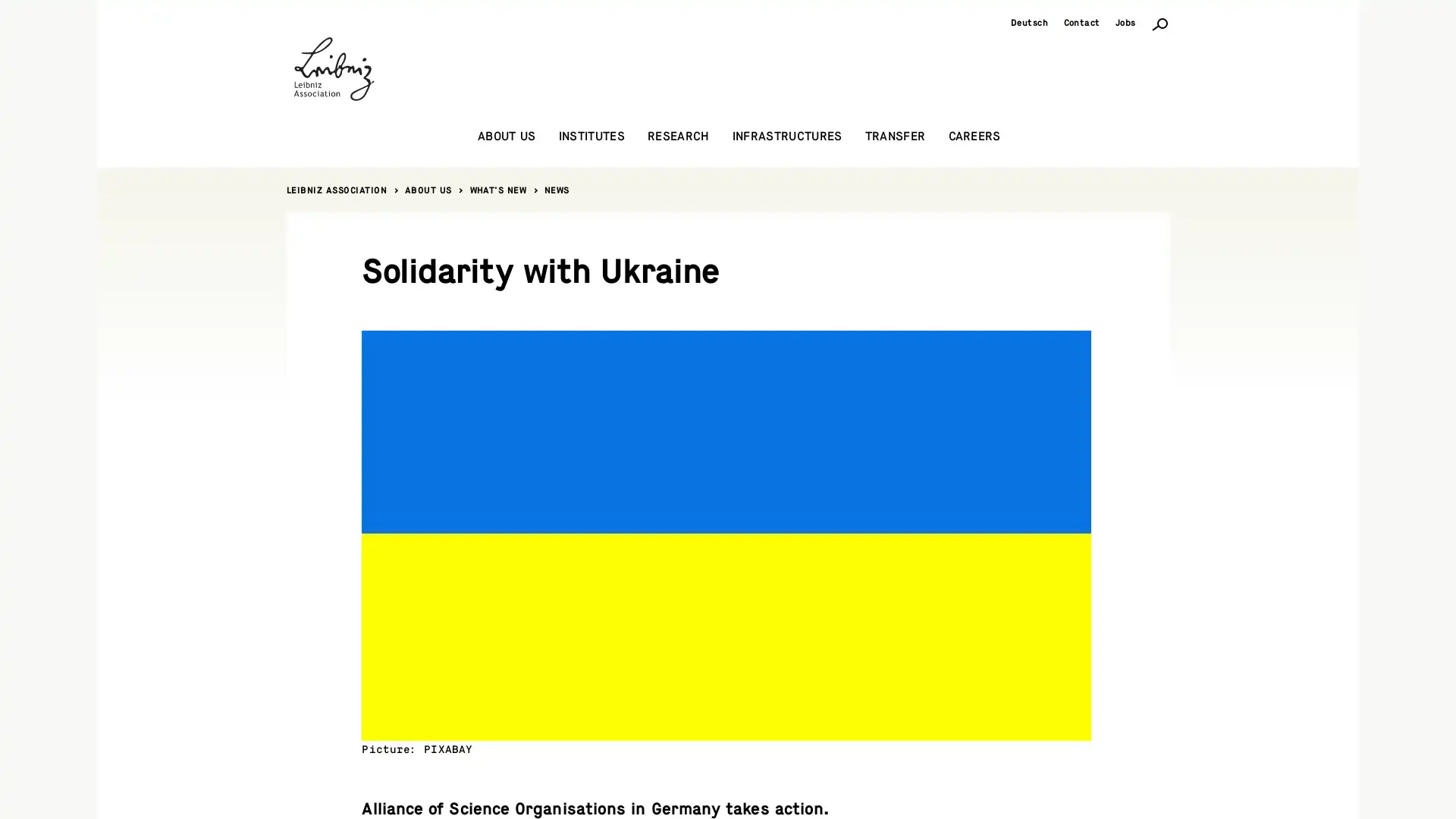  Describe the element at coordinates (590, 136) in the screenshot. I see `INSTITUTES` at that location.